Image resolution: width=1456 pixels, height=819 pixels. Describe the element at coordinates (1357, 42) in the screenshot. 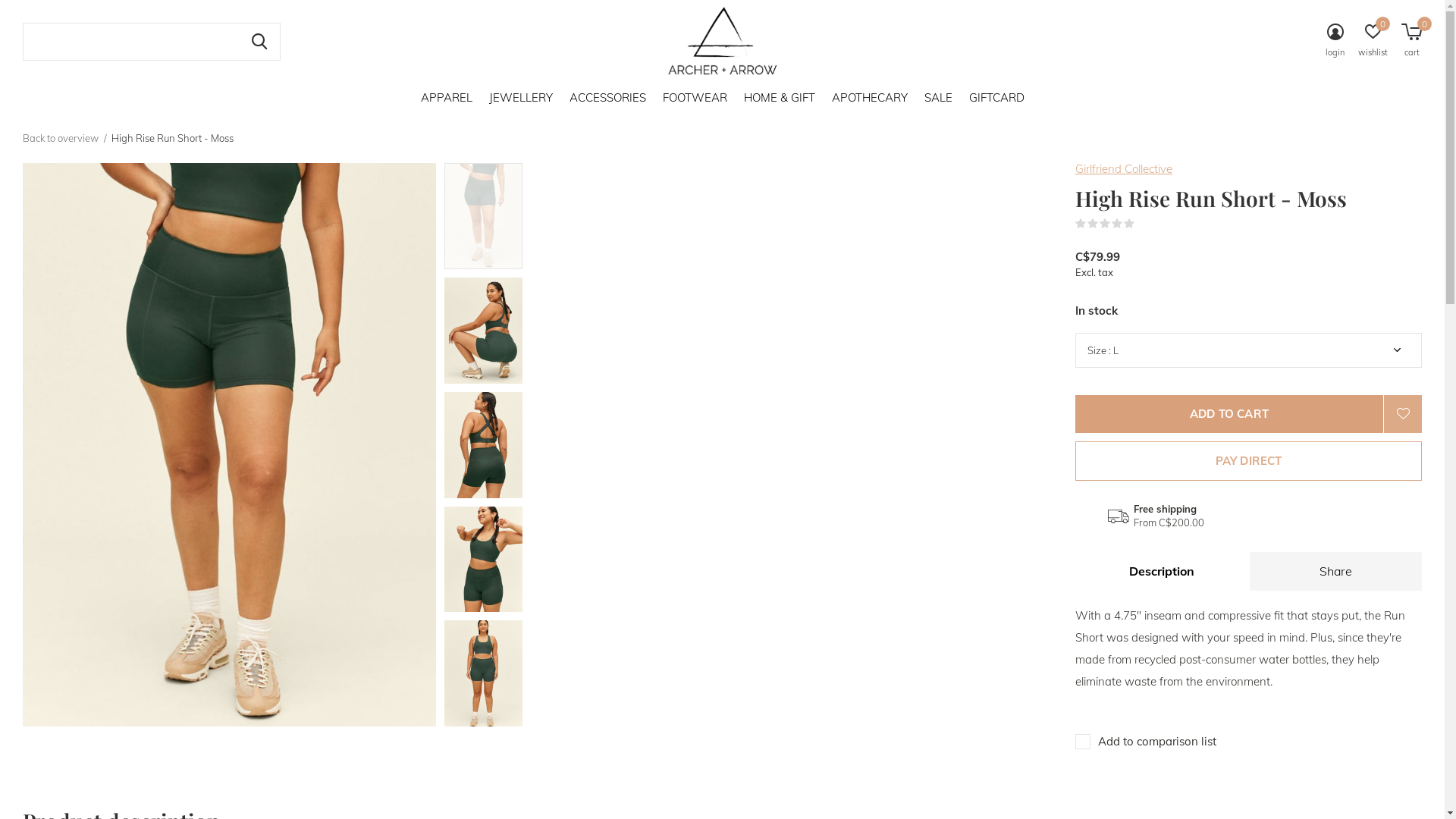

I see `'wishlist` at that location.